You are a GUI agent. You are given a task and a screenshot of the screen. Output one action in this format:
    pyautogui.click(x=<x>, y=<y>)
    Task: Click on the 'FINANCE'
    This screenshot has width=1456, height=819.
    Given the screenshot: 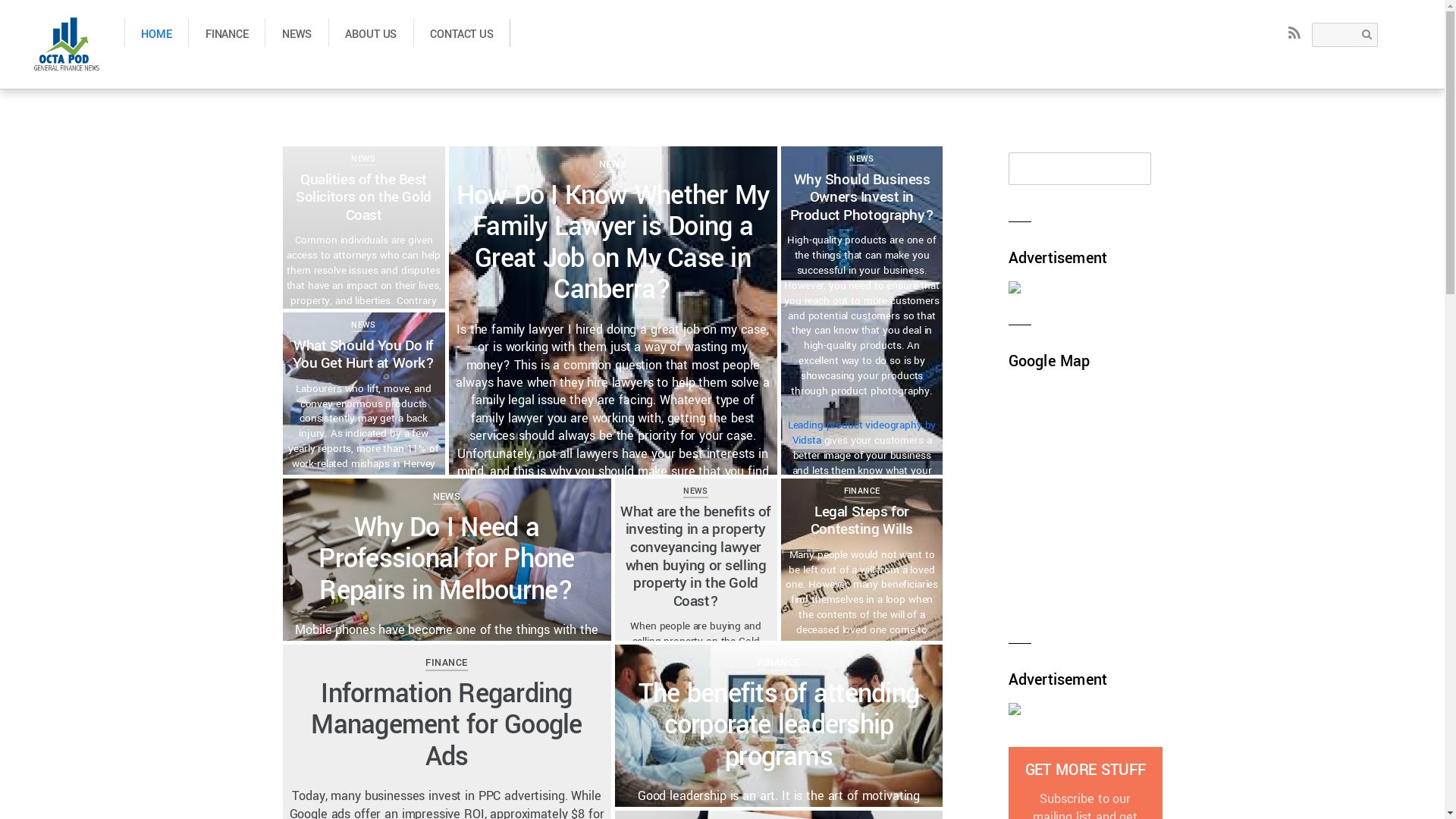 What is the action you would take?
    pyautogui.click(x=225, y=32)
    